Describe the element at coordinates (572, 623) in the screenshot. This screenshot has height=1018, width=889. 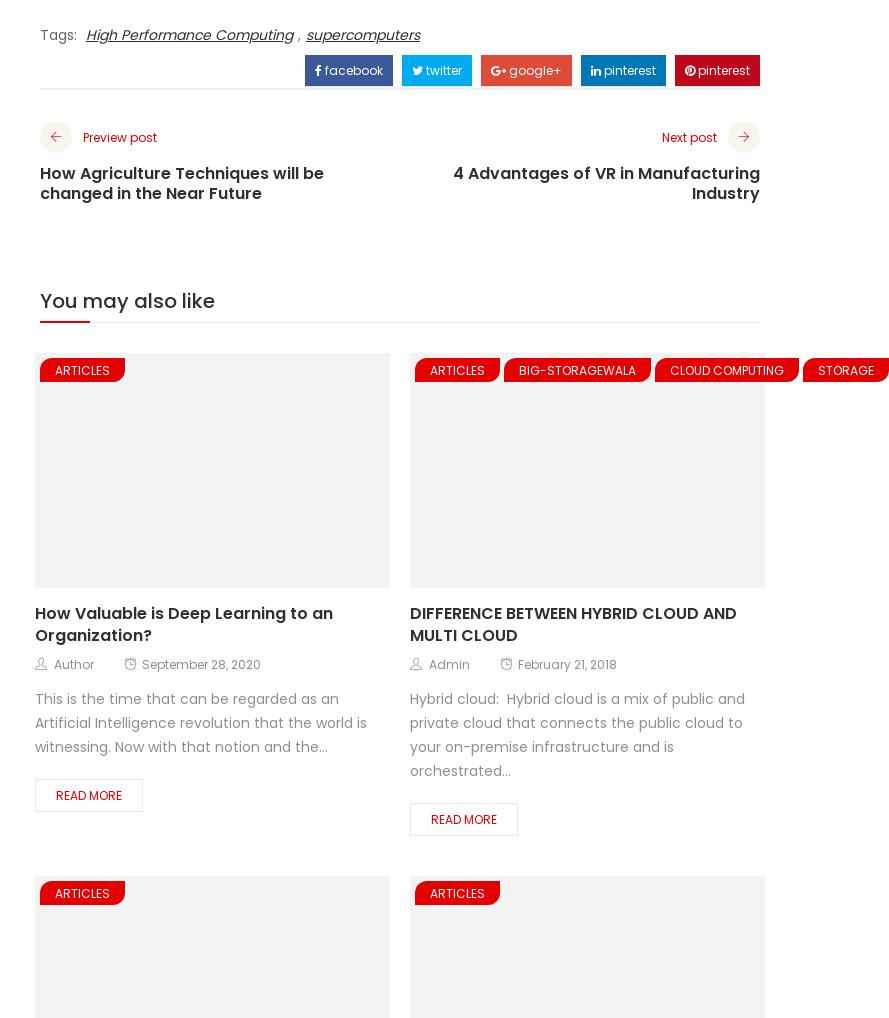
I see `'DIFFERENCE BETWEEN HYBRID CLOUD AND MULTI CLOUD'` at that location.